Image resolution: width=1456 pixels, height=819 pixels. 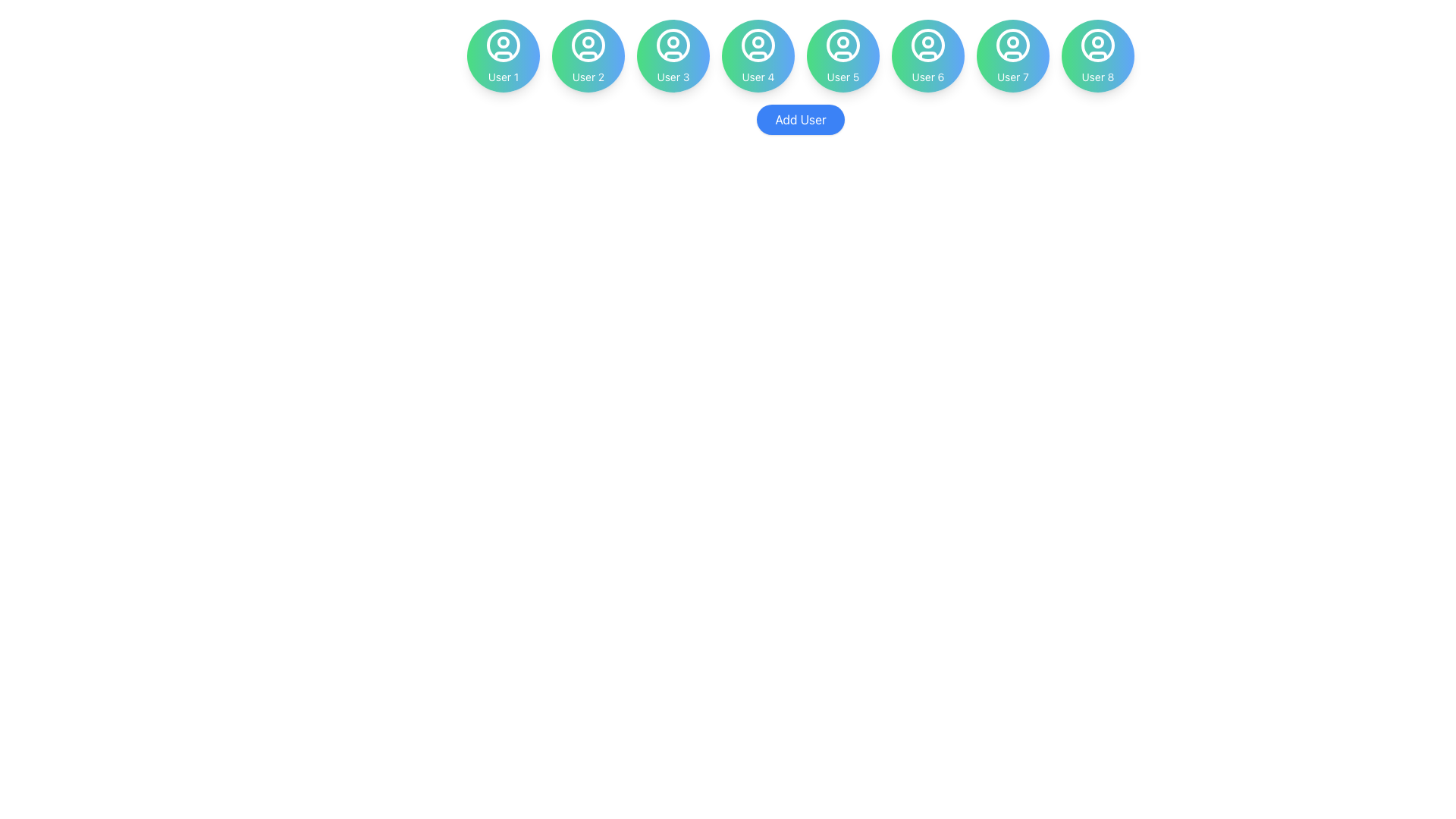 I want to click on the SVG circle graphic that forms the outermost boundary of the user profile icon for 'User 6', which is the sixth icon from the left, so click(x=927, y=45).